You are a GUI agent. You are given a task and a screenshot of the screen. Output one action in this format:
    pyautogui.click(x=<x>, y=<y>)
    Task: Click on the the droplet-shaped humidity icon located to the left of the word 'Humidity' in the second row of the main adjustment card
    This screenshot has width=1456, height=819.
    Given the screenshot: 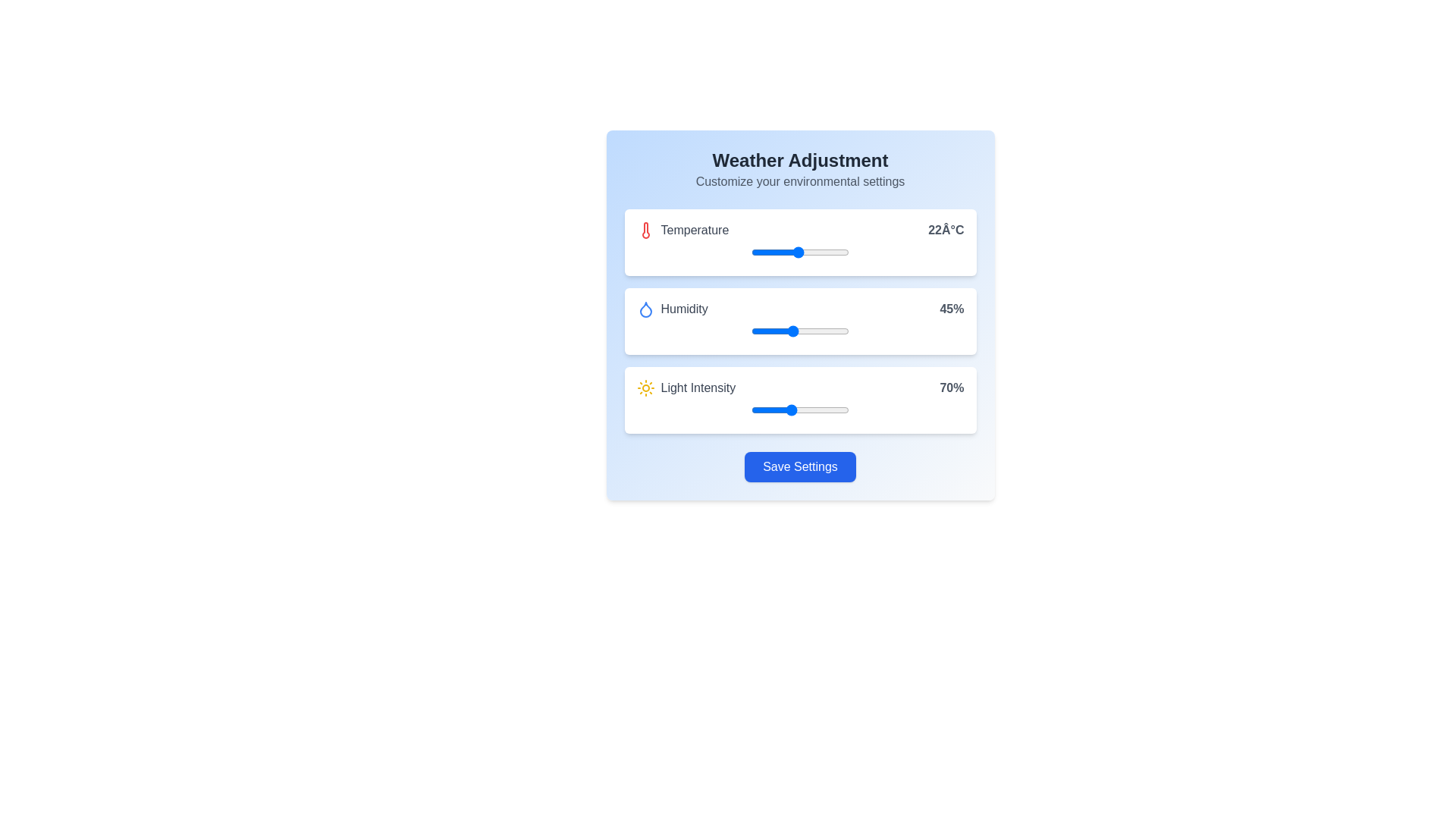 What is the action you would take?
    pyautogui.click(x=645, y=309)
    